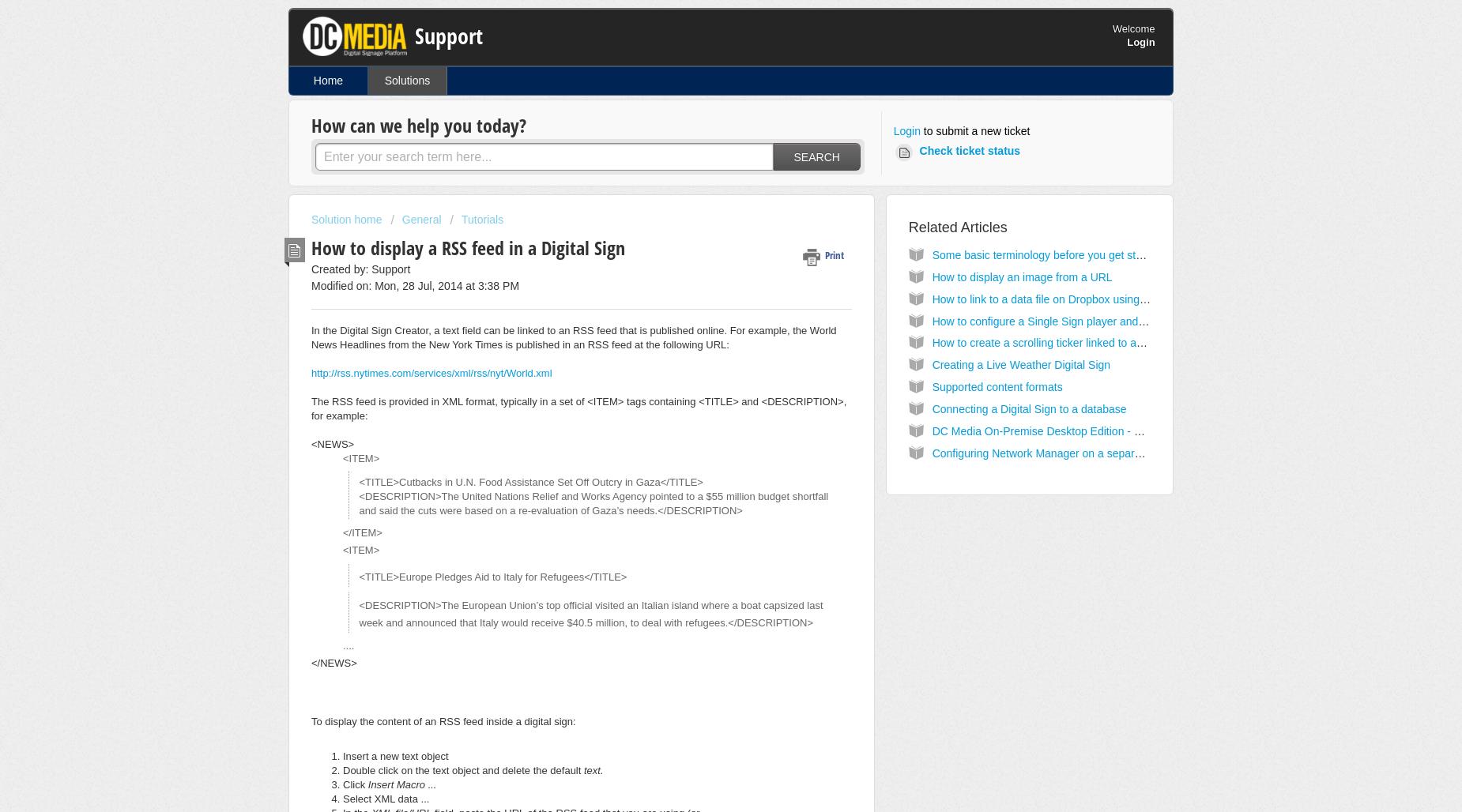 The height and width of the screenshot is (812, 1462). Describe the element at coordinates (512, 576) in the screenshot. I see `'Europe Pledges Aid to Italy for Refugees</TITLE>'` at that location.